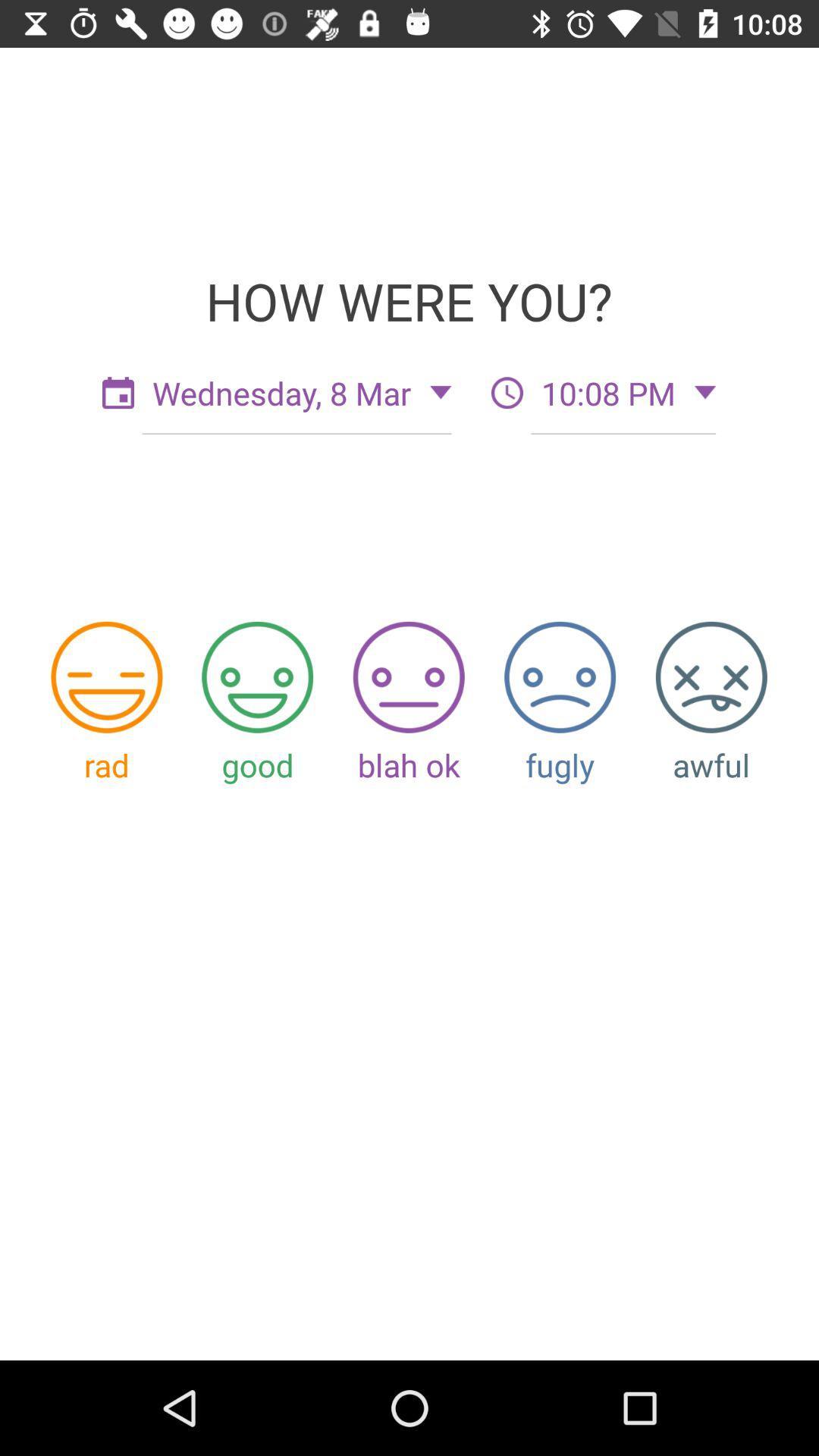 The image size is (819, 1456). What do you see at coordinates (256, 676) in the screenshot?
I see `mark as good` at bounding box center [256, 676].